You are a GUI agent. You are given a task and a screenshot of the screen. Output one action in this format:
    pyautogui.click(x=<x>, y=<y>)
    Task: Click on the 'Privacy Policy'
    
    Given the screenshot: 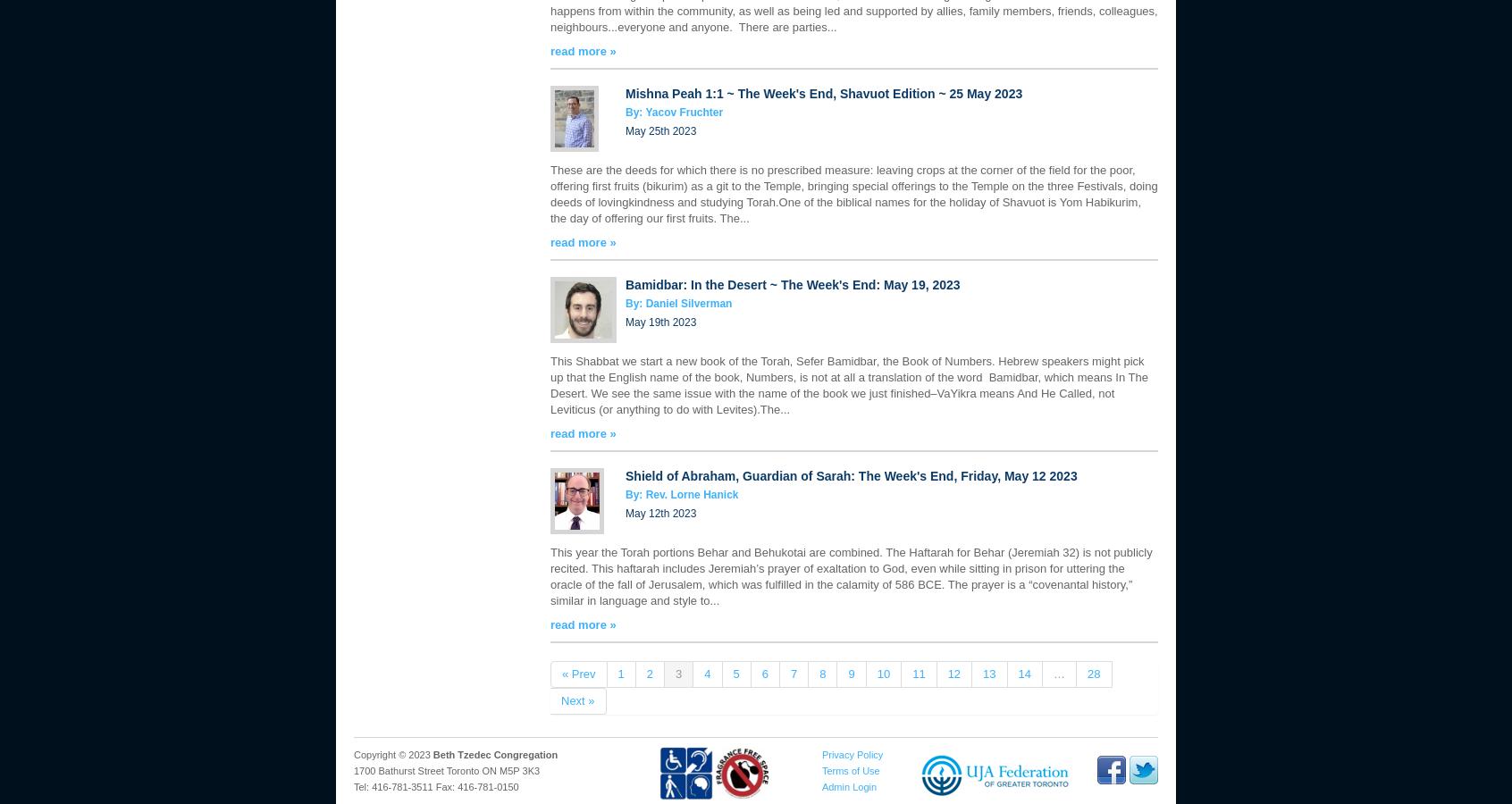 What is the action you would take?
    pyautogui.click(x=852, y=755)
    